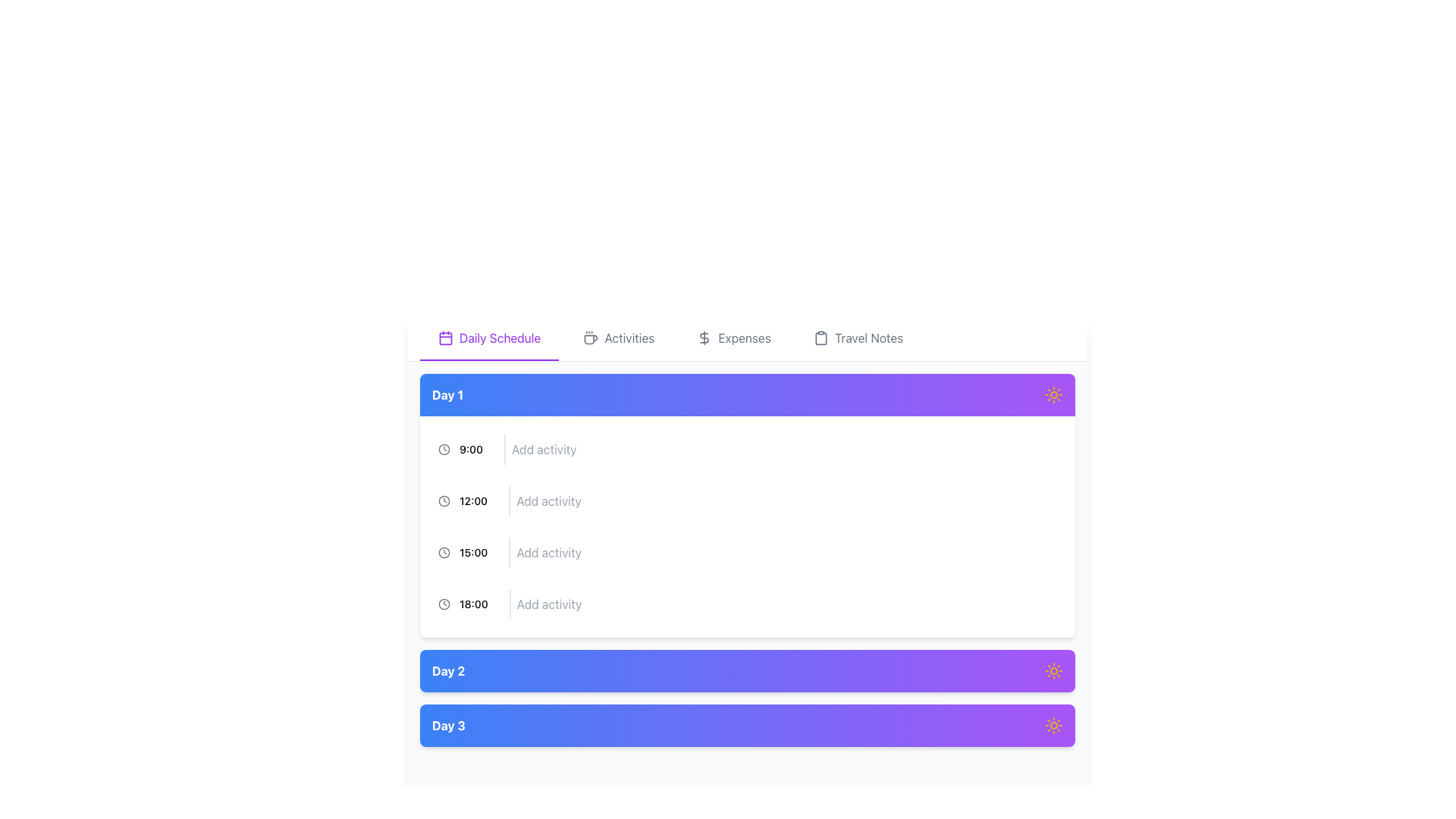  I want to click on the text label displaying 'Day 1' in bold white font centered within a blue gradient background, located at the top-left of the blue gradient header for the day's schedule, so click(447, 394).